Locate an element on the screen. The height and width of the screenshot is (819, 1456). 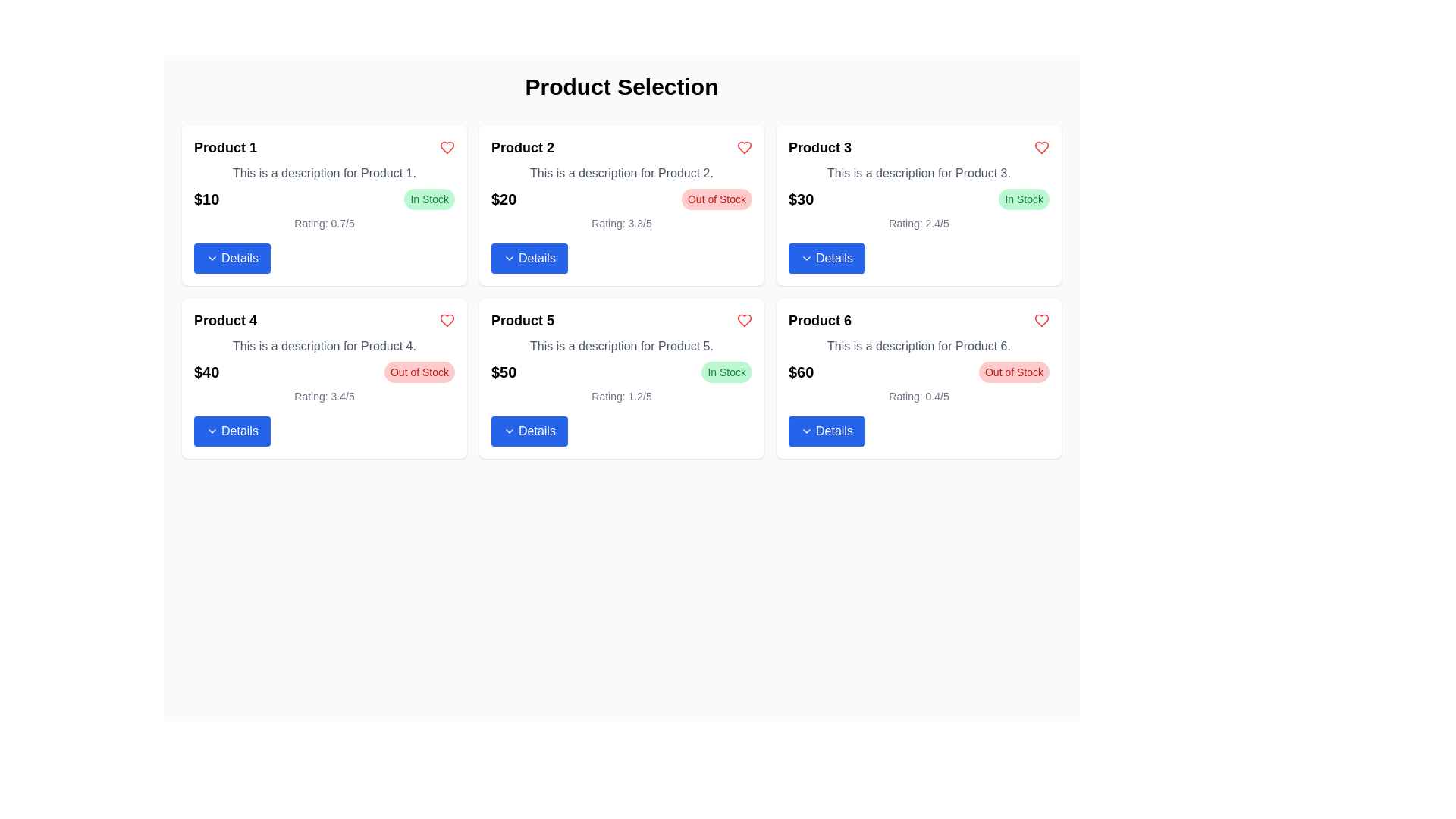
the blue rectangular button labeled 'Details' with an arrow icon on the left, located in the bottom section of the 'Product 4' card to trigger the hover effect is located at coordinates (231, 431).